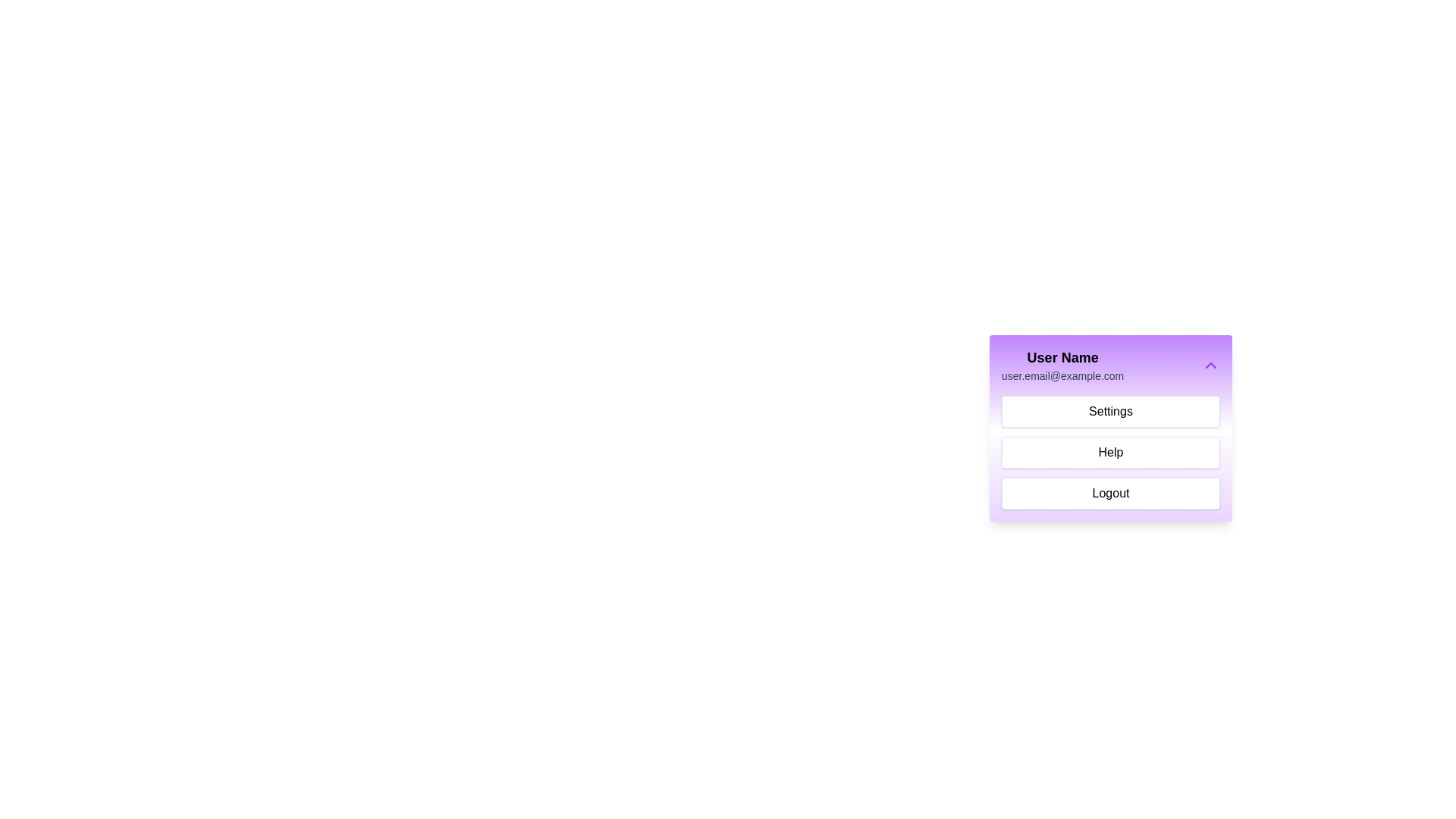 This screenshot has width=1456, height=819. I want to click on the 'Help' option in the profile menu, so click(1110, 452).